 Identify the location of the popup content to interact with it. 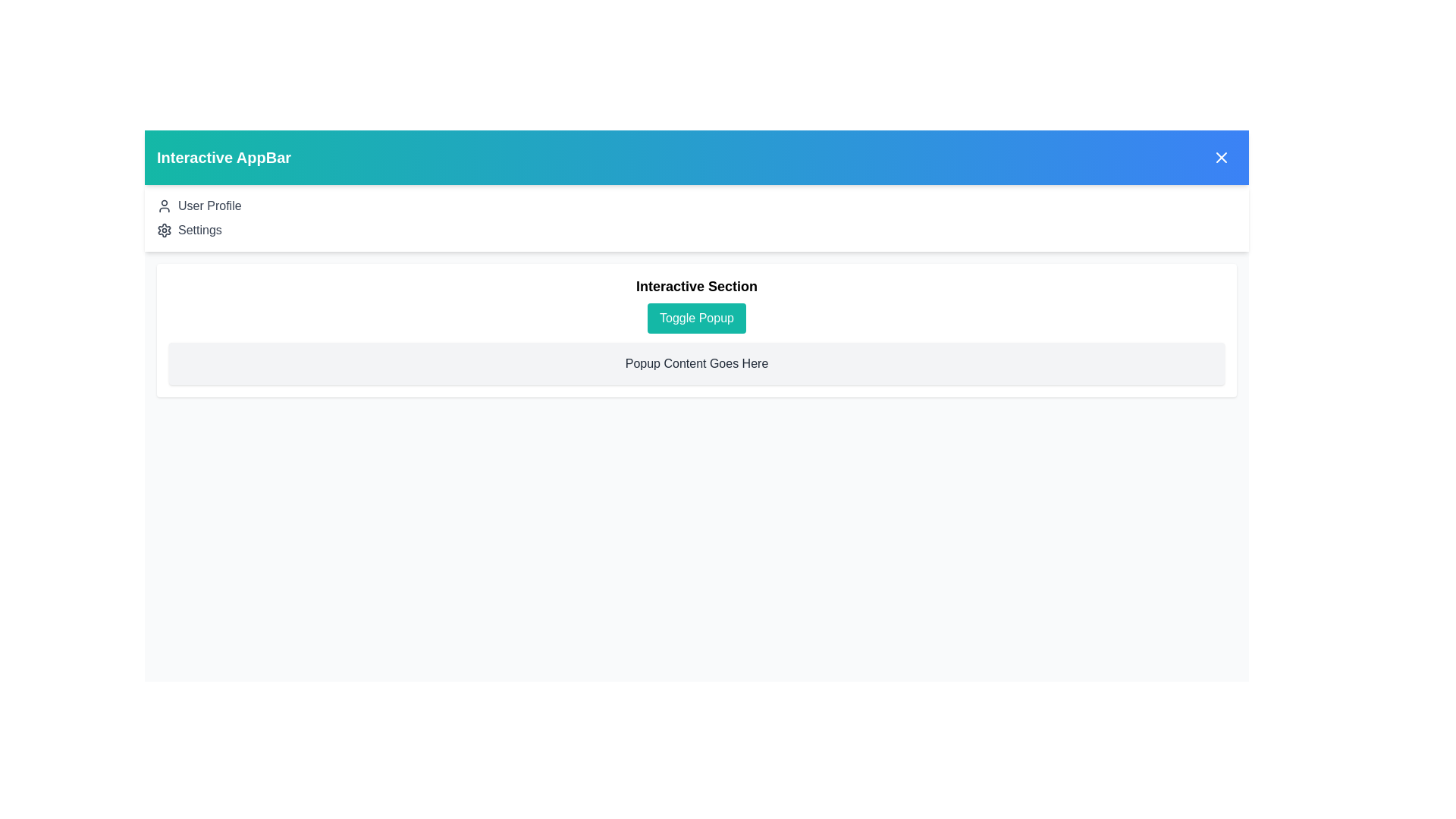
(695, 363).